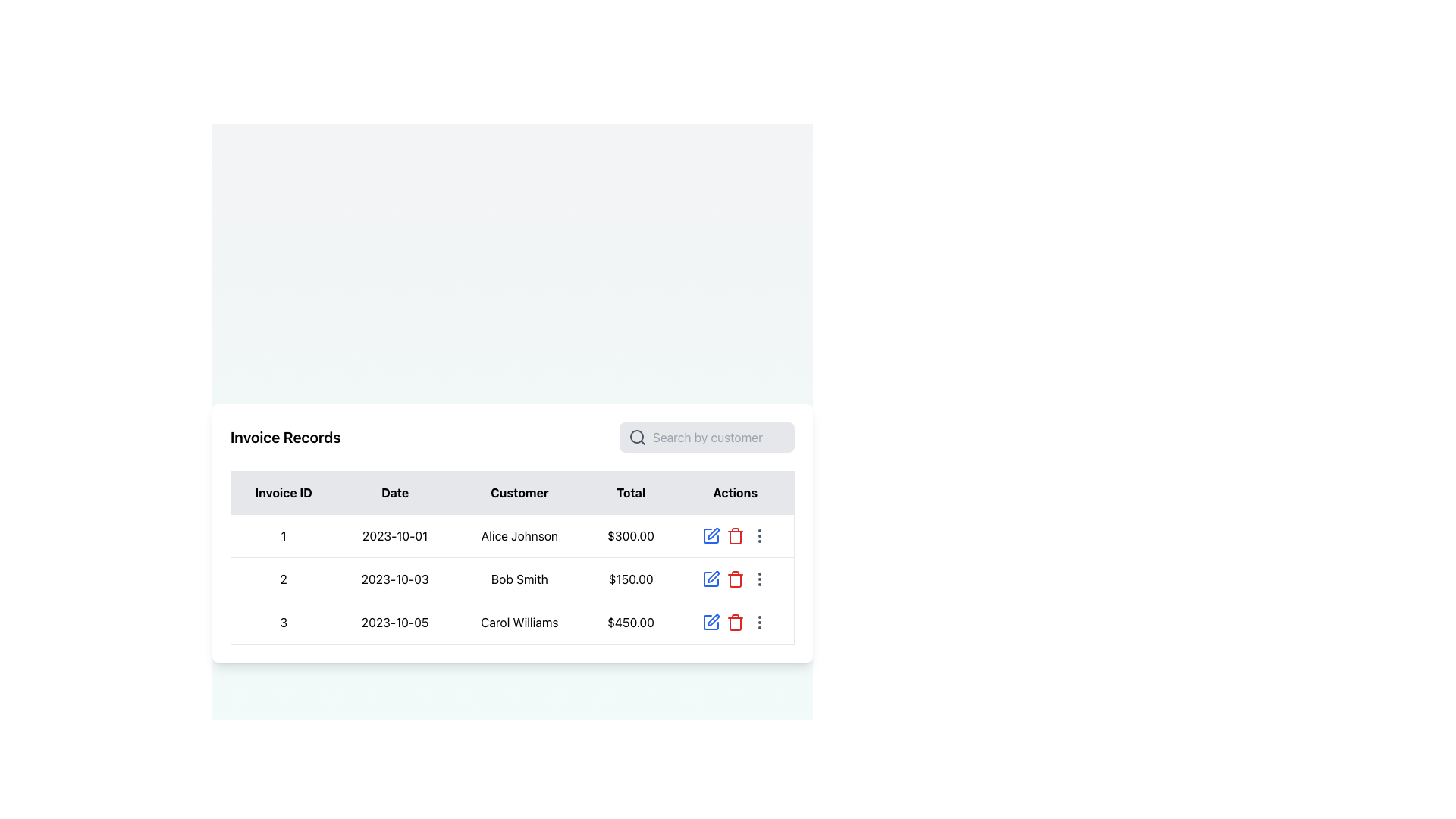  Describe the element at coordinates (710, 622) in the screenshot. I see `the blue pen icon button in the actions column of the third row for the customer 'Carol Williams'` at that location.